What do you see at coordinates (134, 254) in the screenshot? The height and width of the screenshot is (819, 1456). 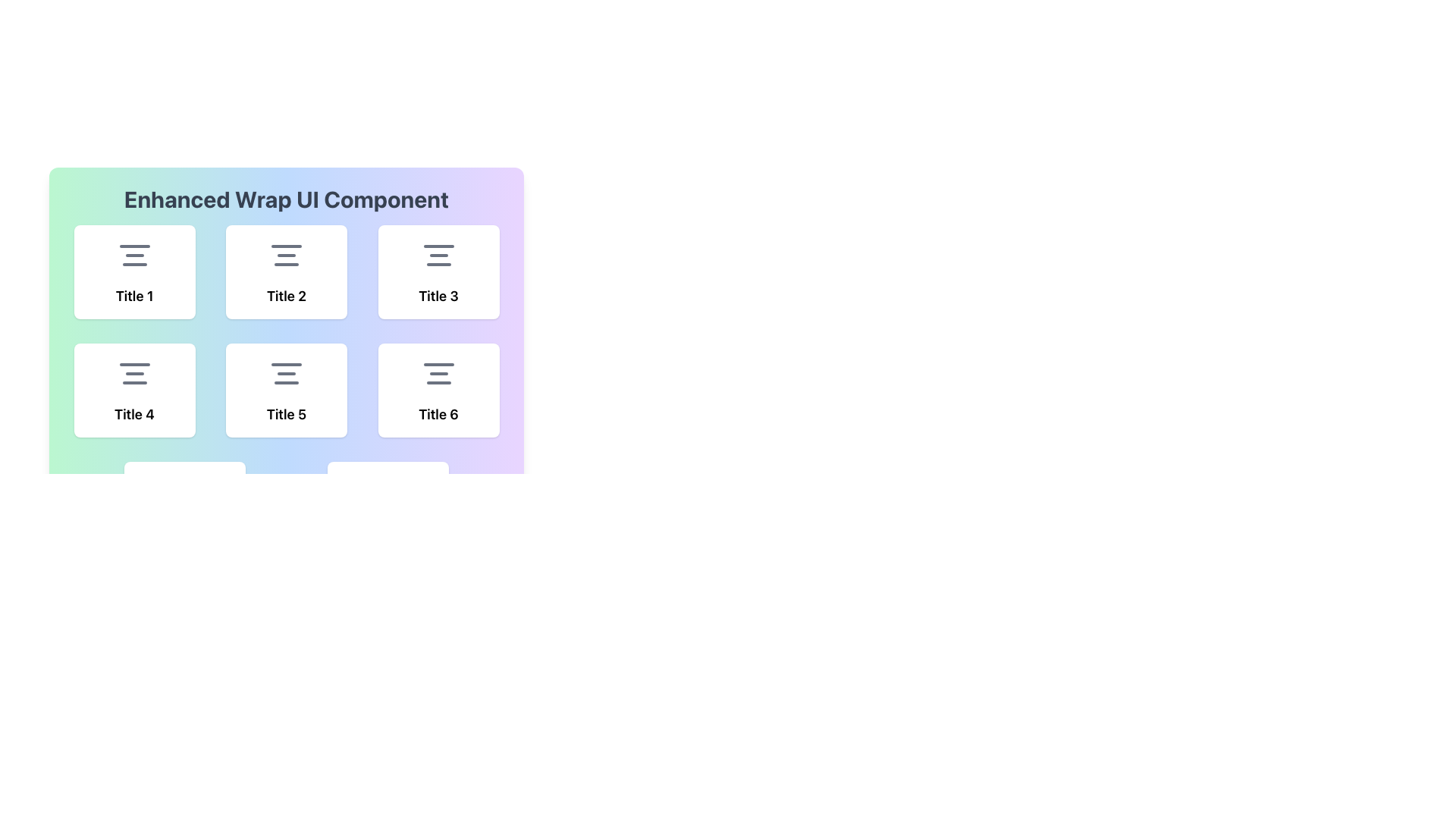 I see `the icon located above the text 'Title 1' in the first card of the 3x2 grid layout` at bounding box center [134, 254].